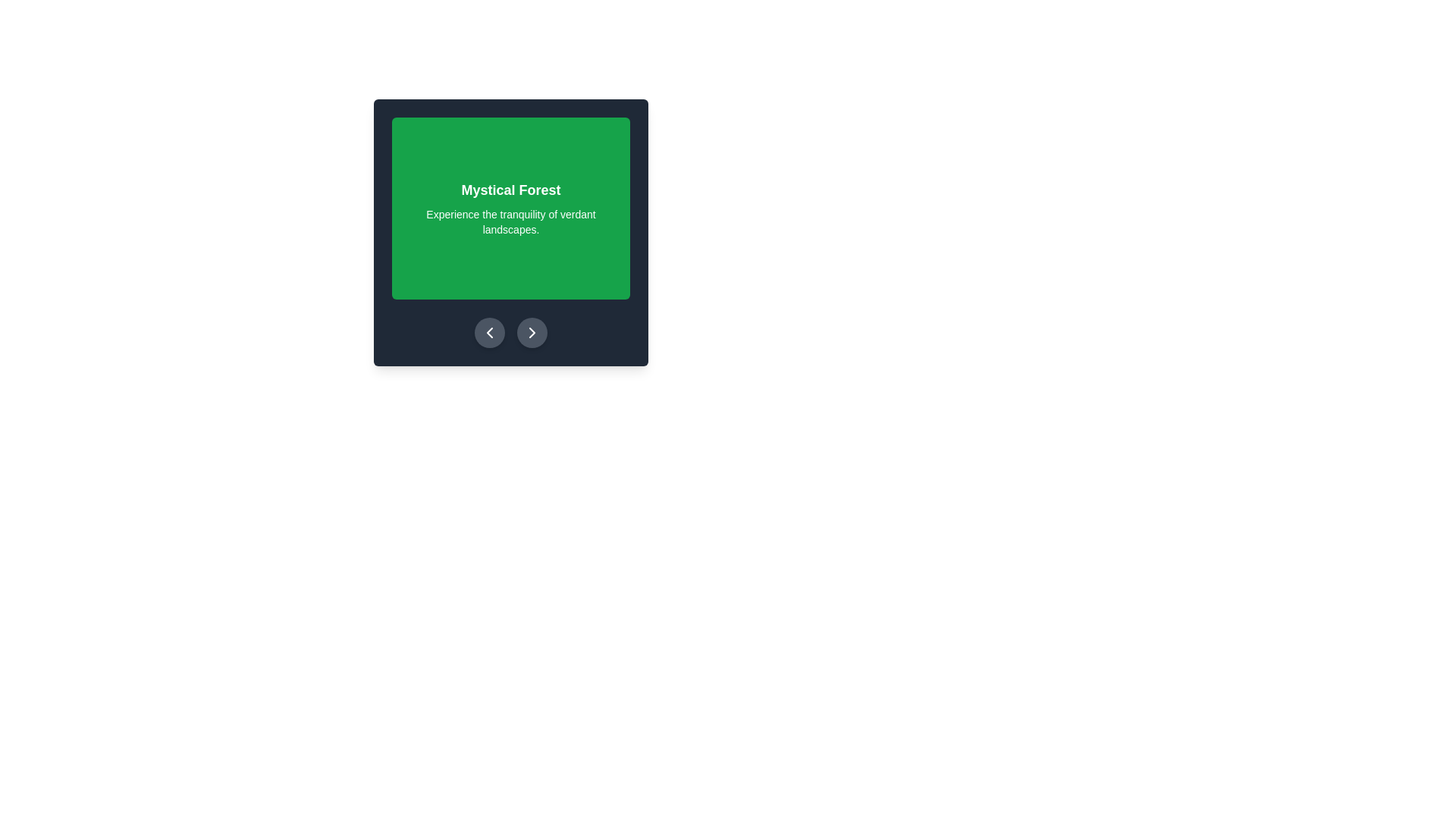 This screenshot has height=819, width=1456. I want to click on the right-facing chevron icon located centrally within the circular button at the bottom right section of the main card-like interface, so click(532, 332).